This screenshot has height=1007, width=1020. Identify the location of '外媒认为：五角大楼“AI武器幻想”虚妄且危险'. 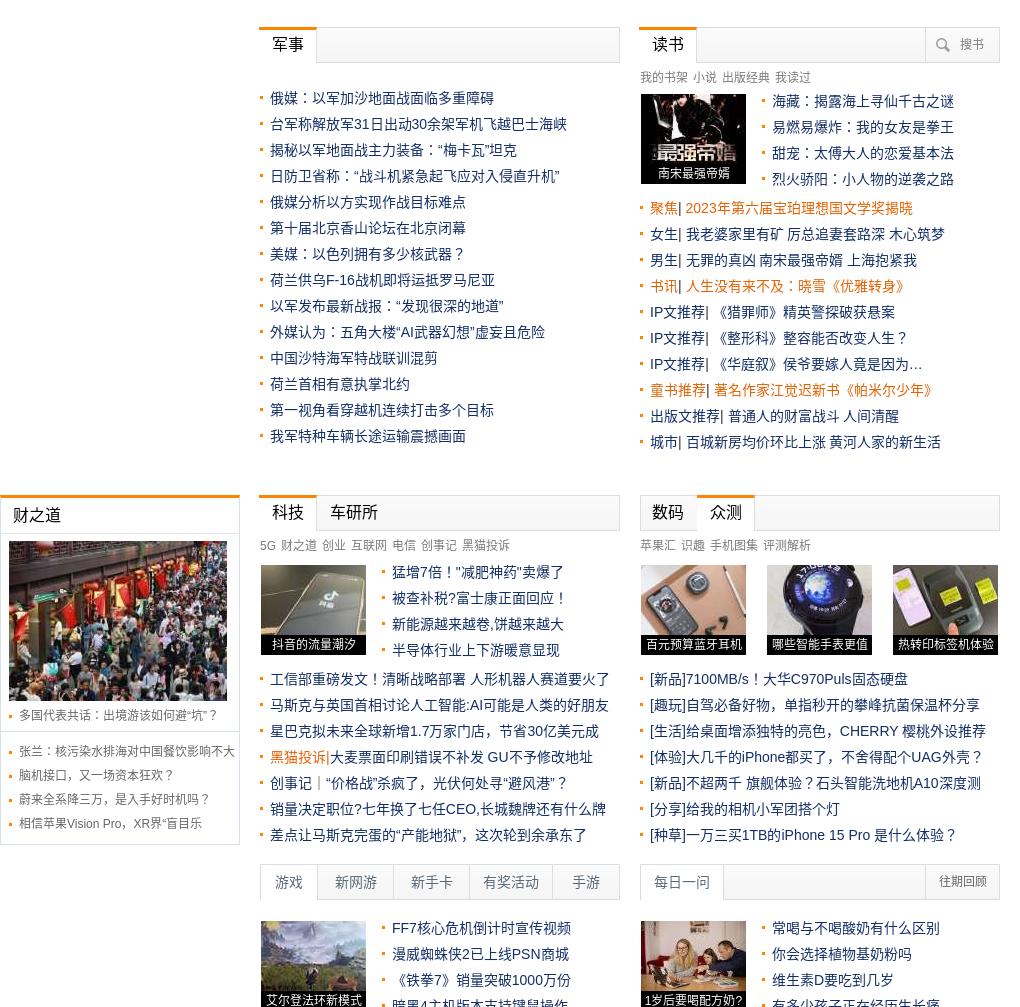
(406, 332).